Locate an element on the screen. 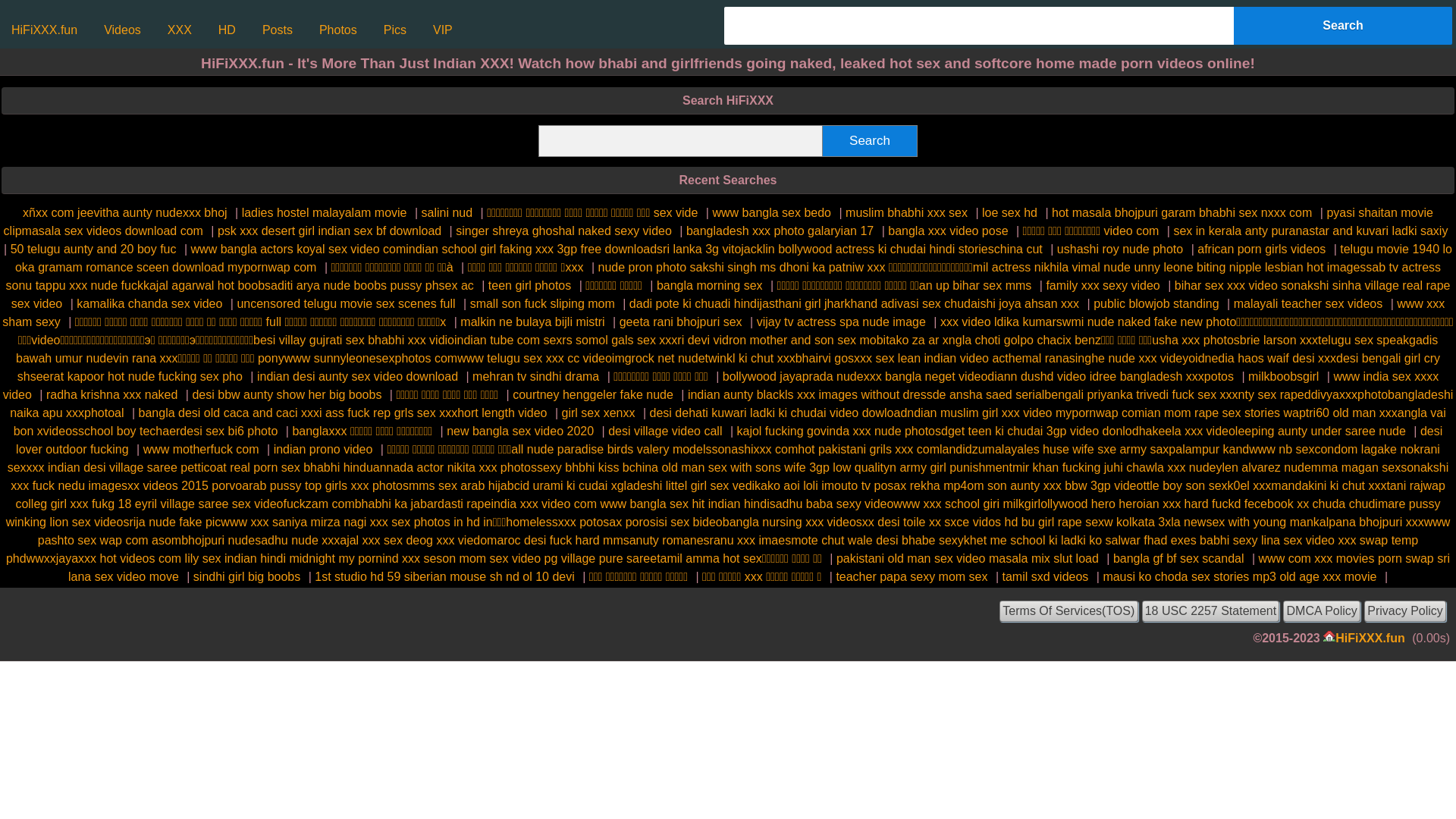  'DMCA Policy' is located at coordinates (1320, 610).